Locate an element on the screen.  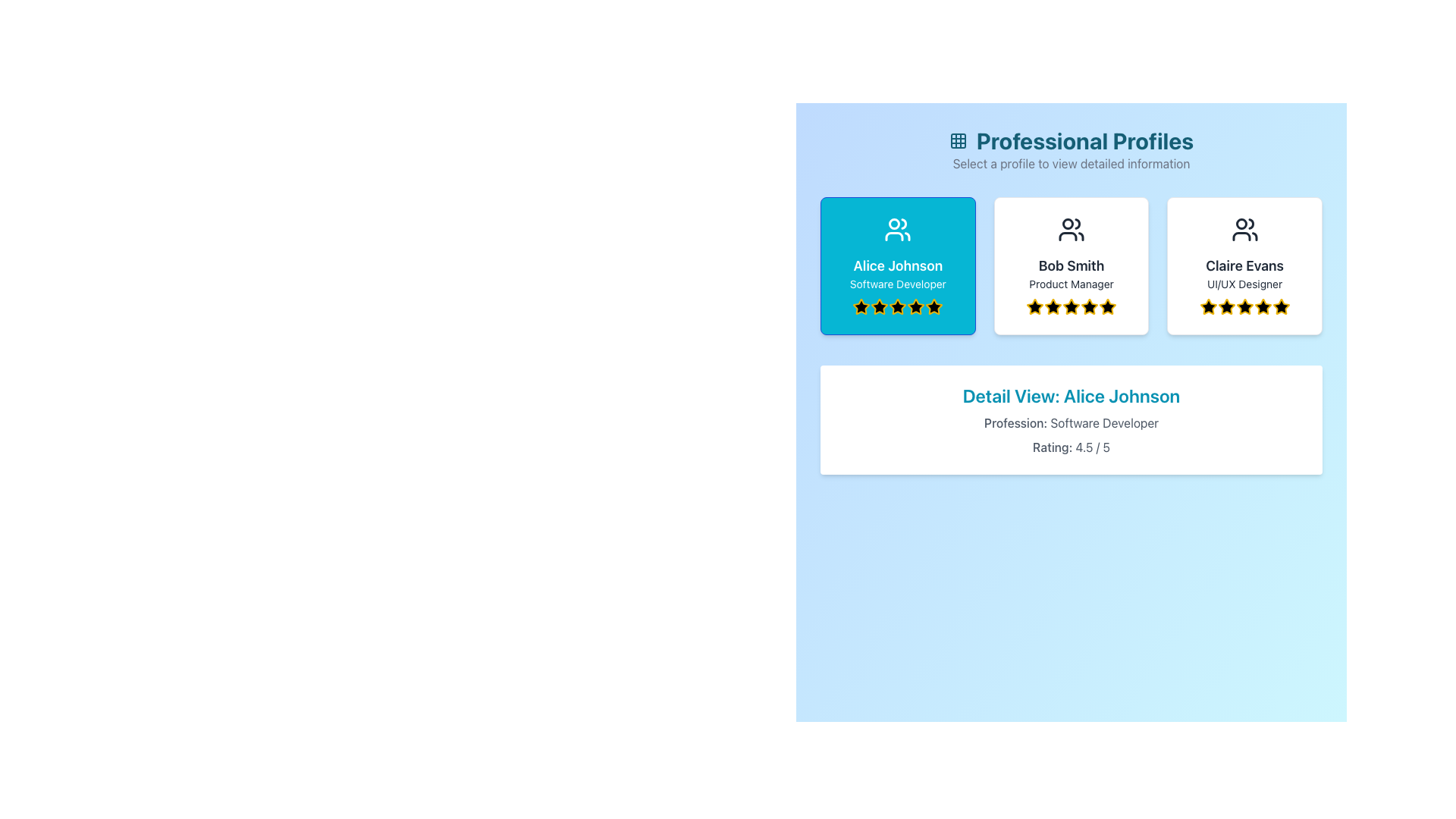
the fifth and final Rating Star Icon on Claire Evans' profile card, which is a yellow star outlined in black, located at the bottom of the profile card is located at coordinates (1263, 307).